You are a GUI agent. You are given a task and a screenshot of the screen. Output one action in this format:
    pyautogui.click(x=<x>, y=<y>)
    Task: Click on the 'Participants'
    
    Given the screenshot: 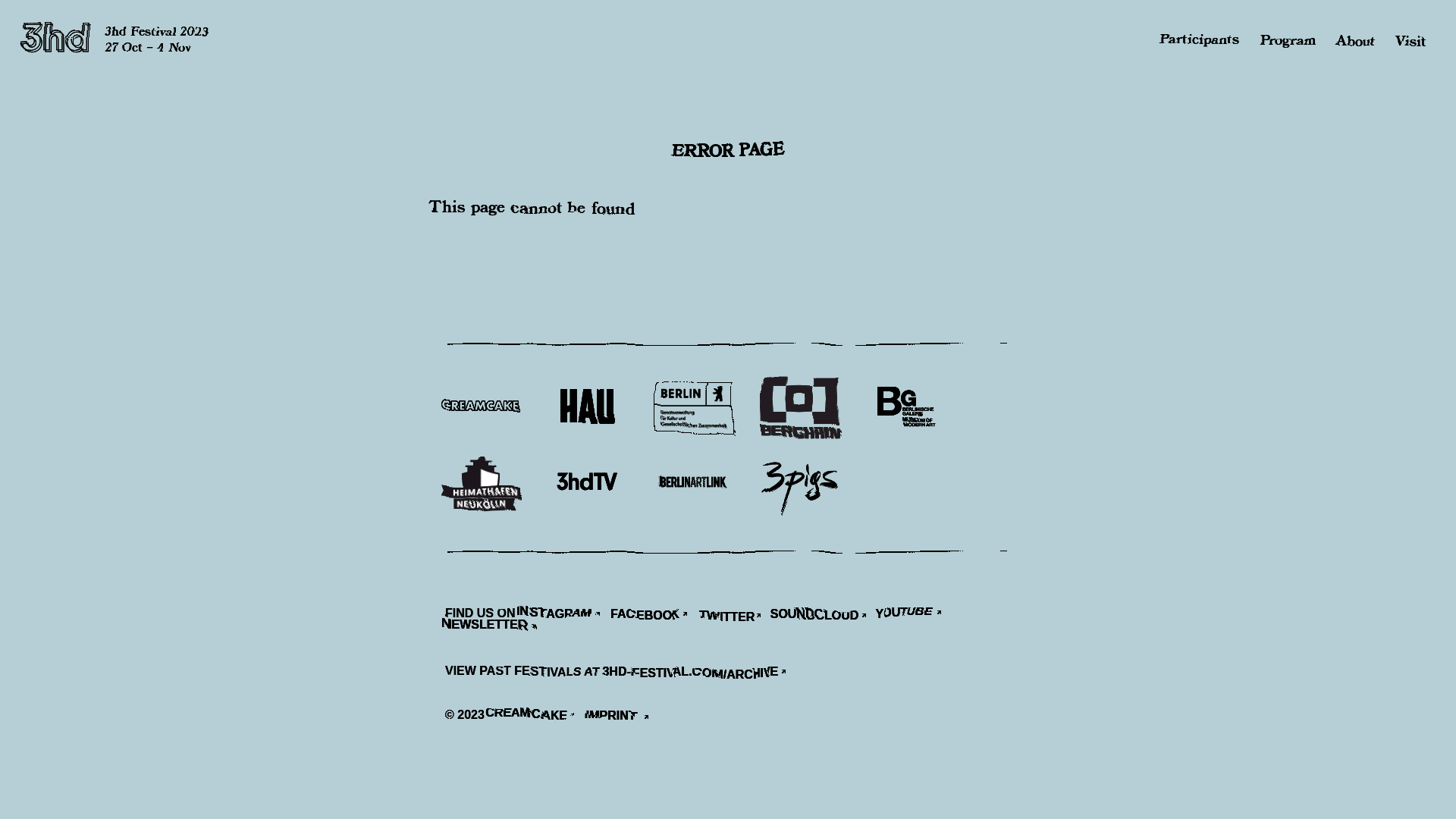 What is the action you would take?
    pyautogui.click(x=1160, y=39)
    